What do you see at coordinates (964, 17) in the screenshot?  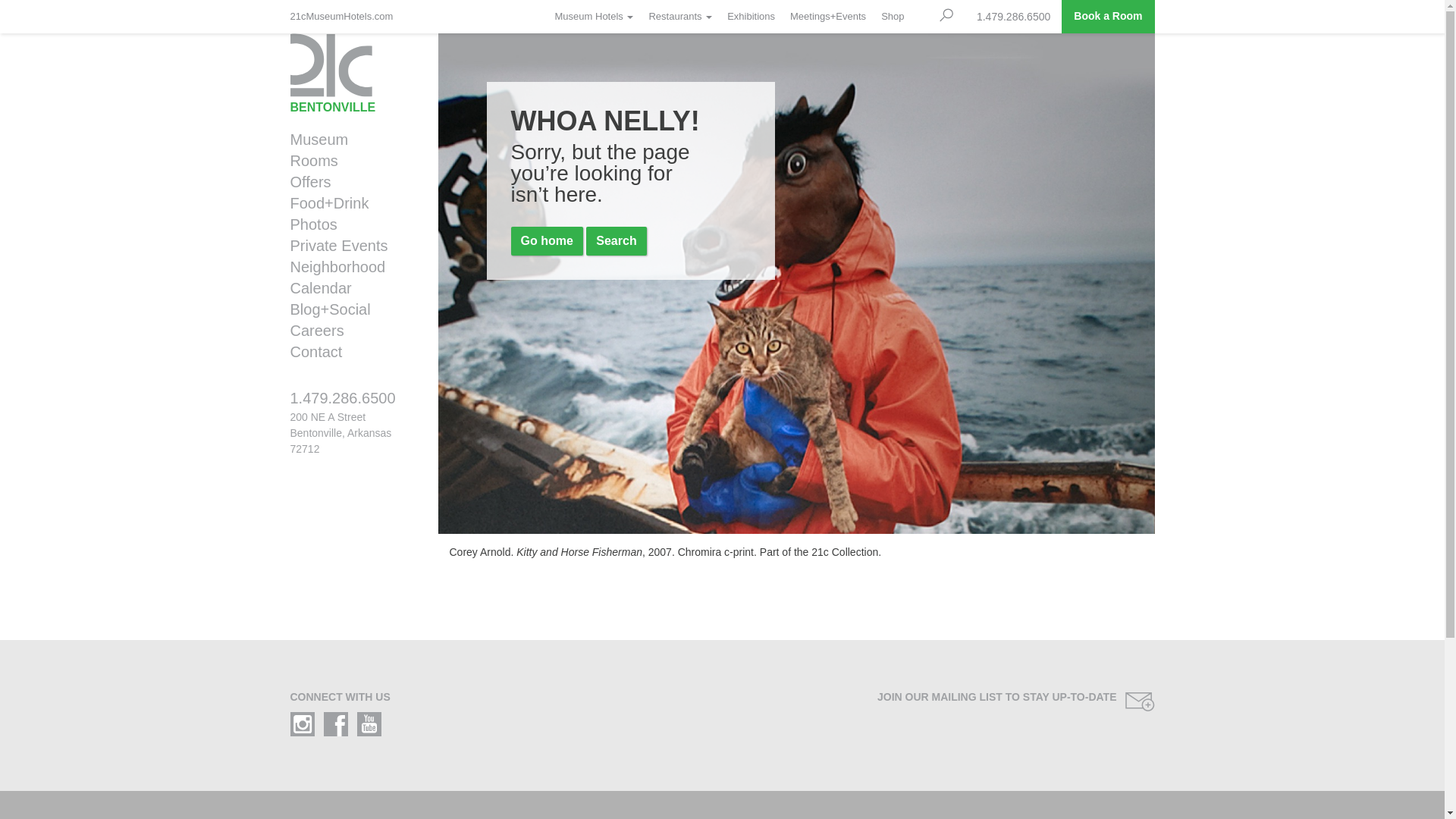 I see `'1.479.286.6500'` at bounding box center [964, 17].